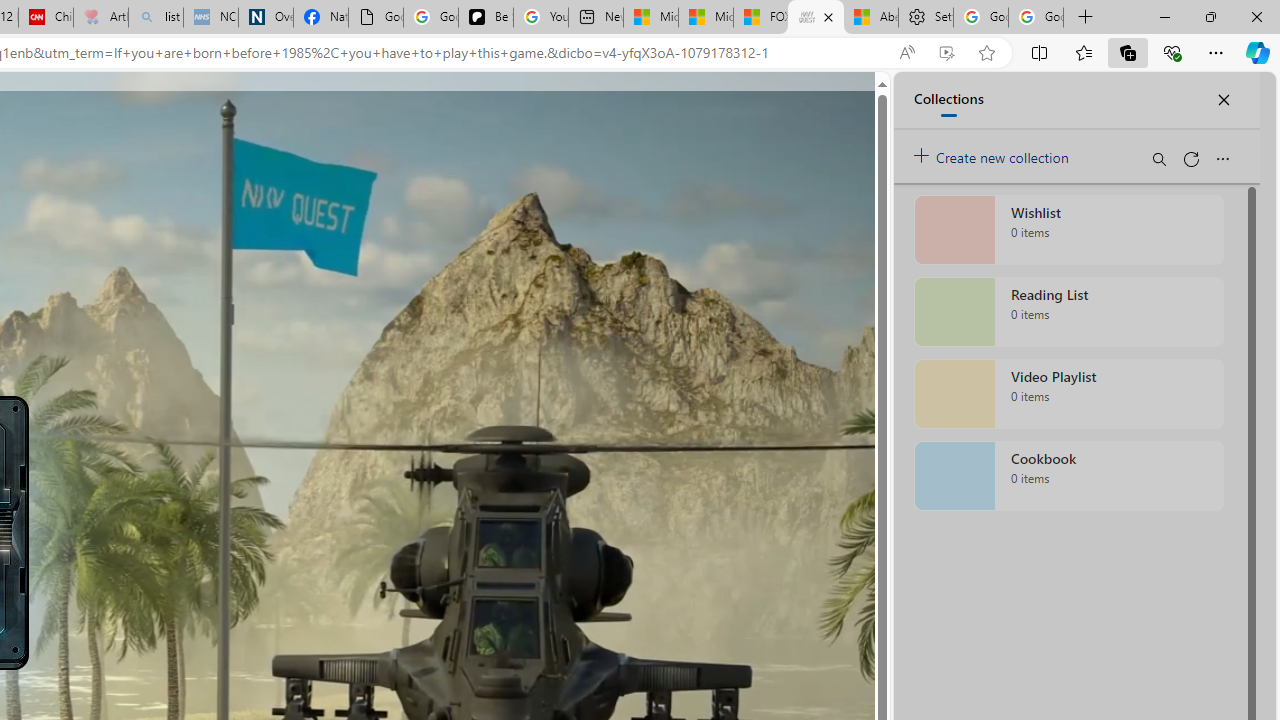 The height and width of the screenshot is (720, 1280). Describe the element at coordinates (925, 17) in the screenshot. I see `'Settings'` at that location.